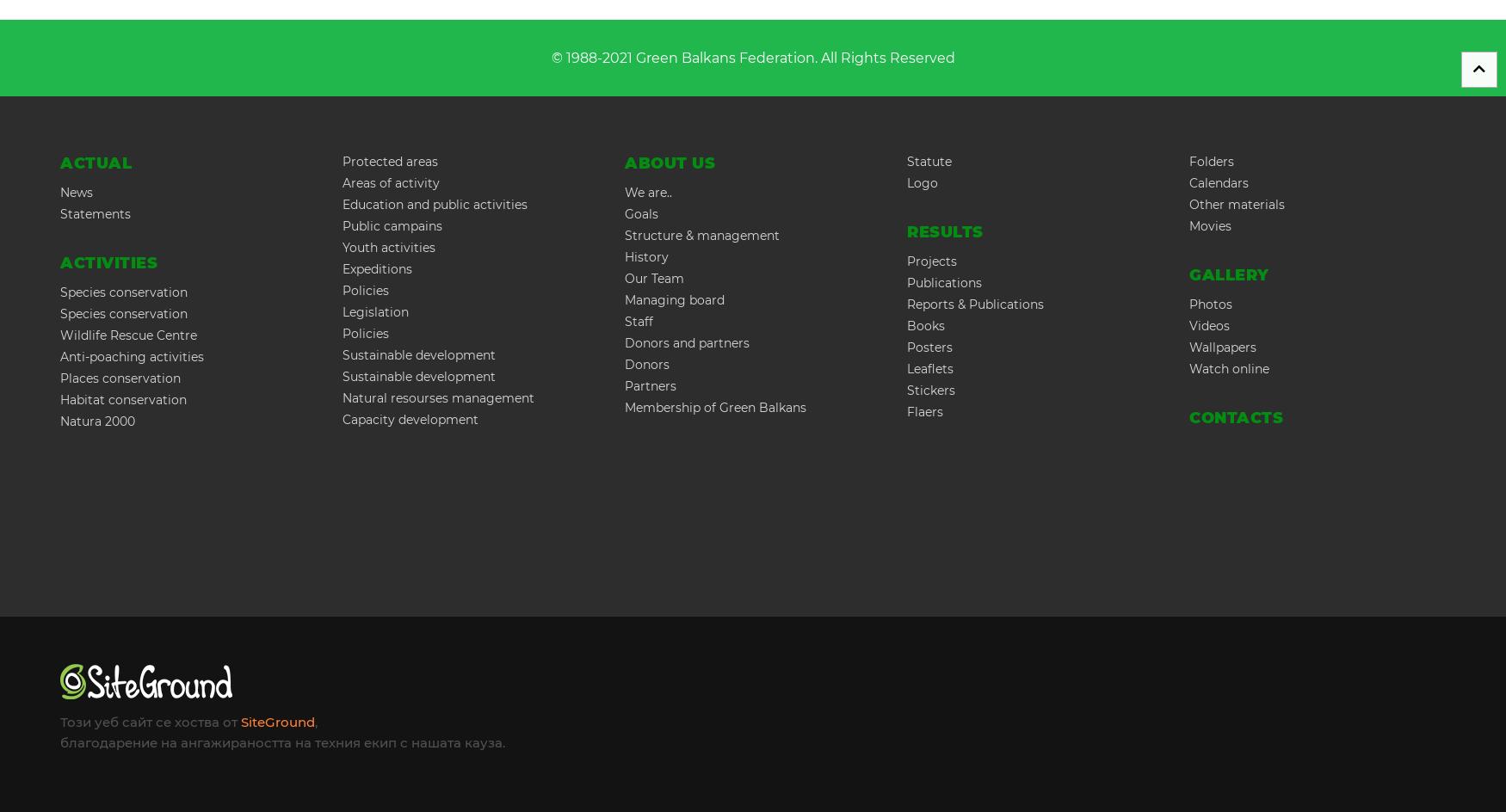 This screenshot has width=1506, height=812. Describe the element at coordinates (647, 192) in the screenshot. I see `'We are..'` at that location.